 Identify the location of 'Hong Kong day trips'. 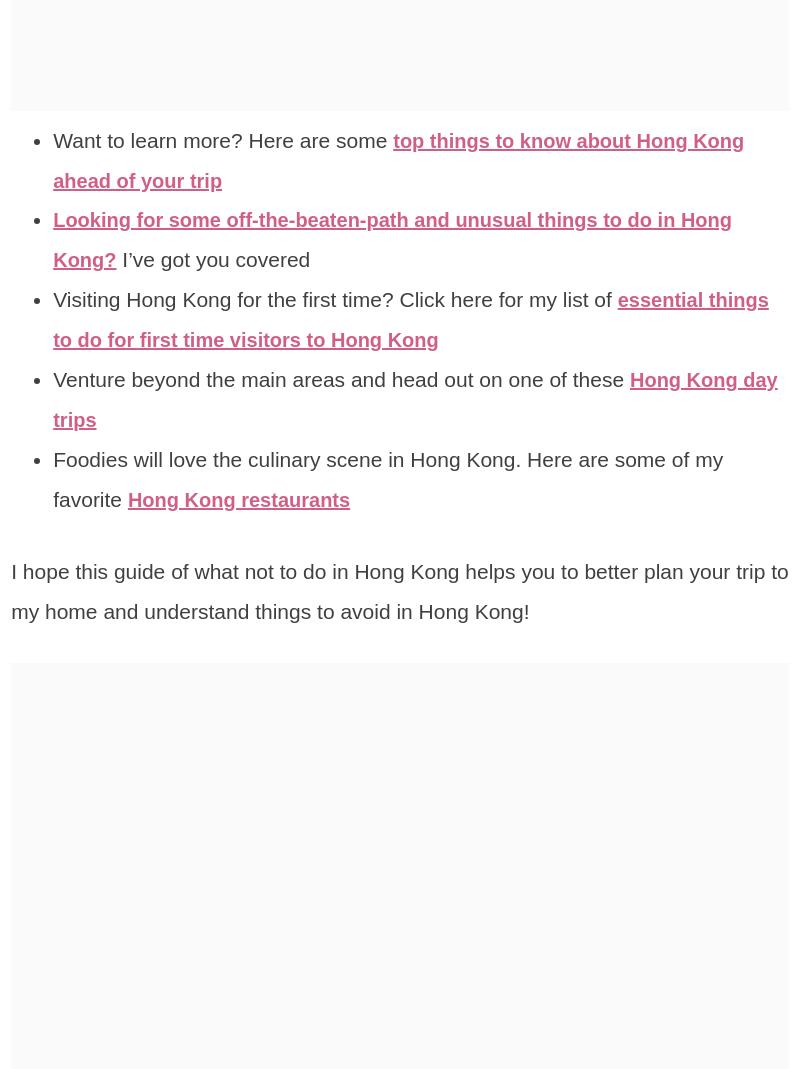
(418, 398).